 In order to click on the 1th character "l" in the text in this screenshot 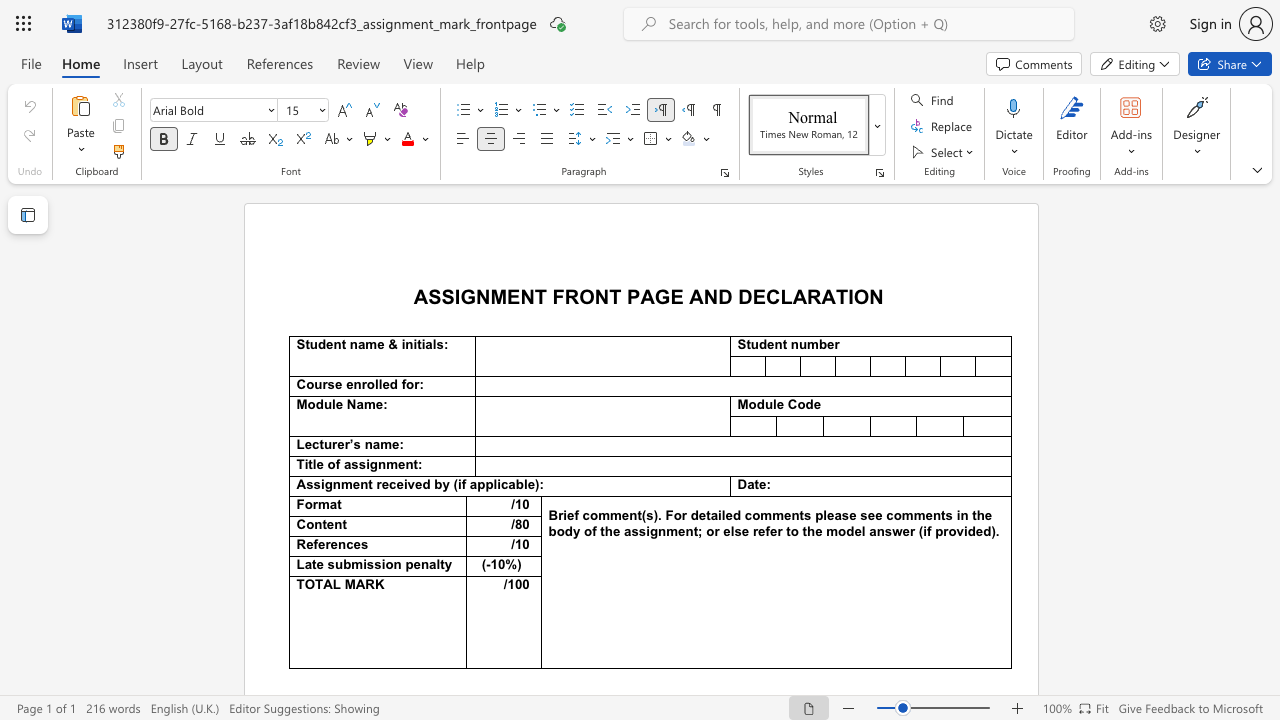, I will do `click(333, 405)`.